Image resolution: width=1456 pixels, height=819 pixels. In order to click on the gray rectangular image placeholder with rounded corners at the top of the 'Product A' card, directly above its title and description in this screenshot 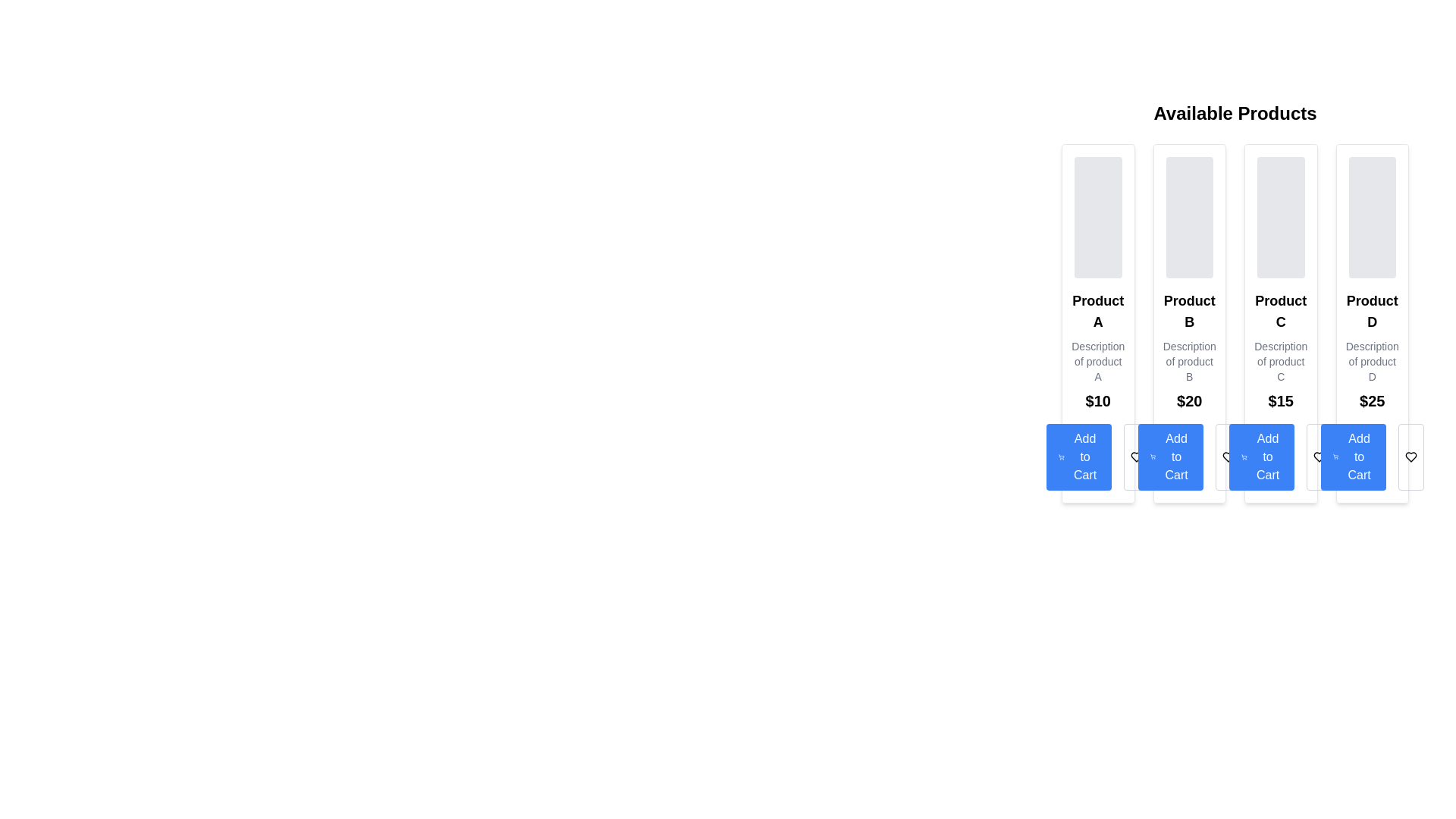, I will do `click(1098, 217)`.